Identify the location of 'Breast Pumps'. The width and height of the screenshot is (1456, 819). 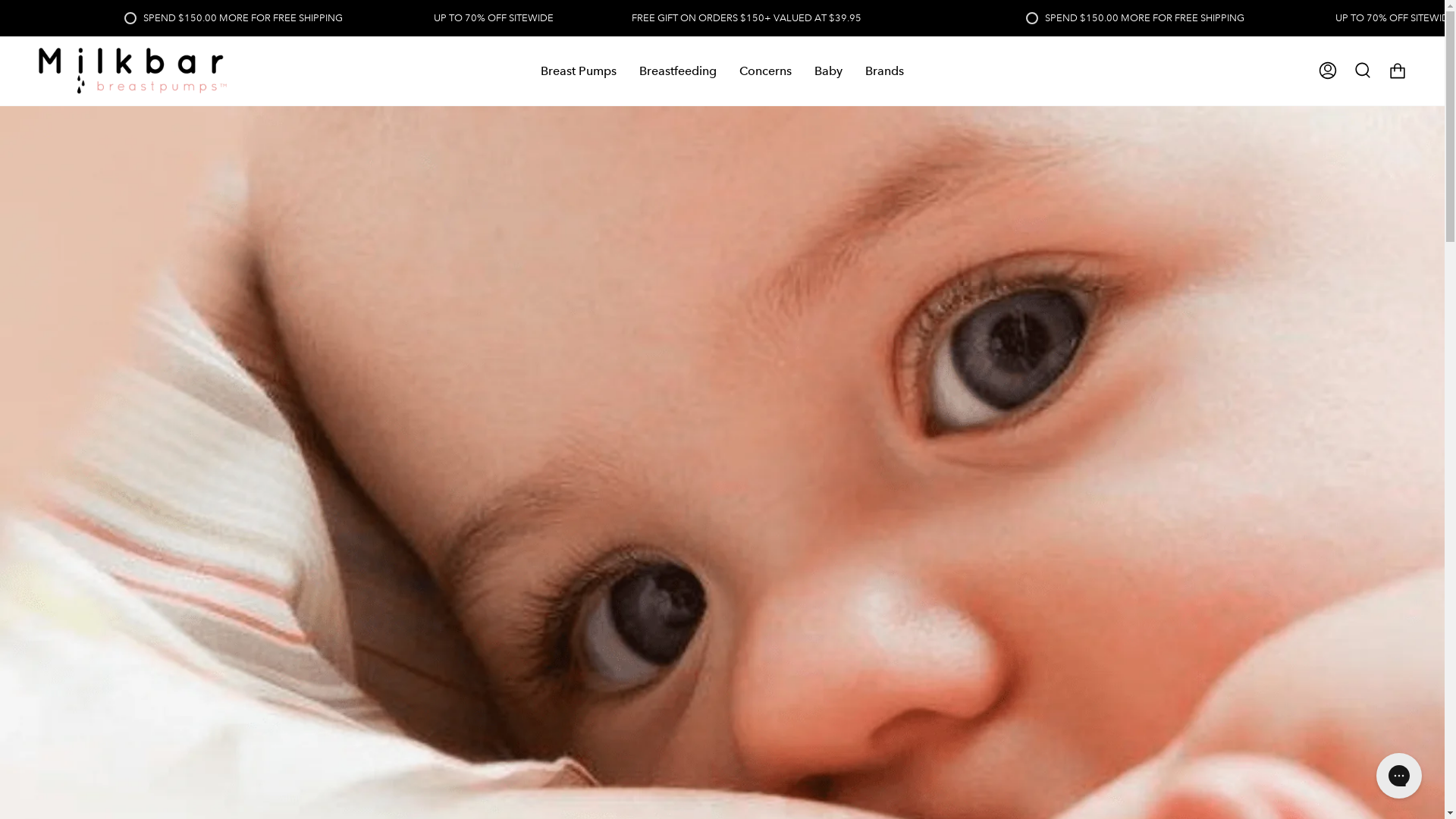
(578, 71).